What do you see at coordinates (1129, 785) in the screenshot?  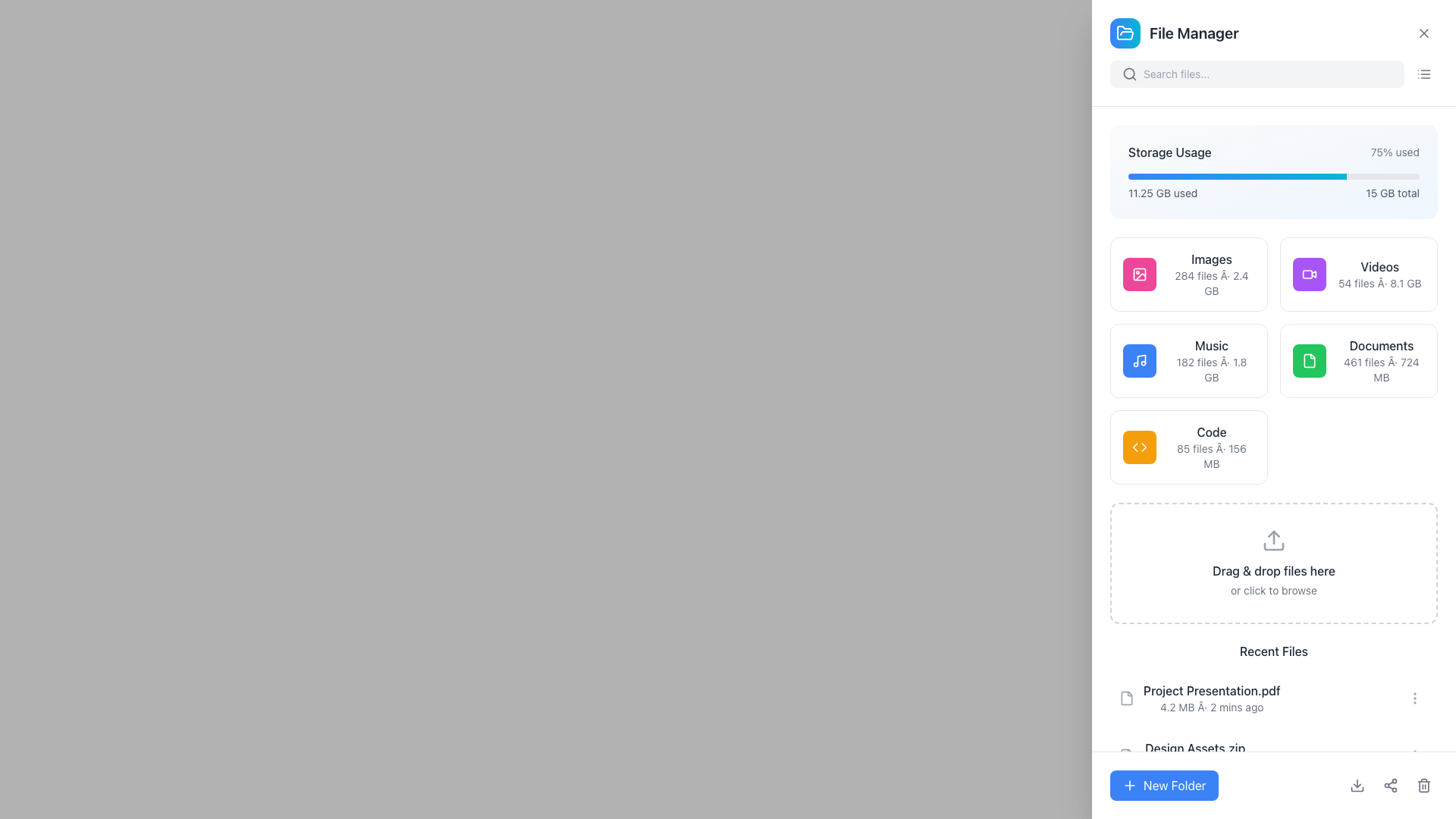 I see `the 'New Folder' icon located within the button labeled 'New Folder' at the bottom right corner of the interface` at bounding box center [1129, 785].